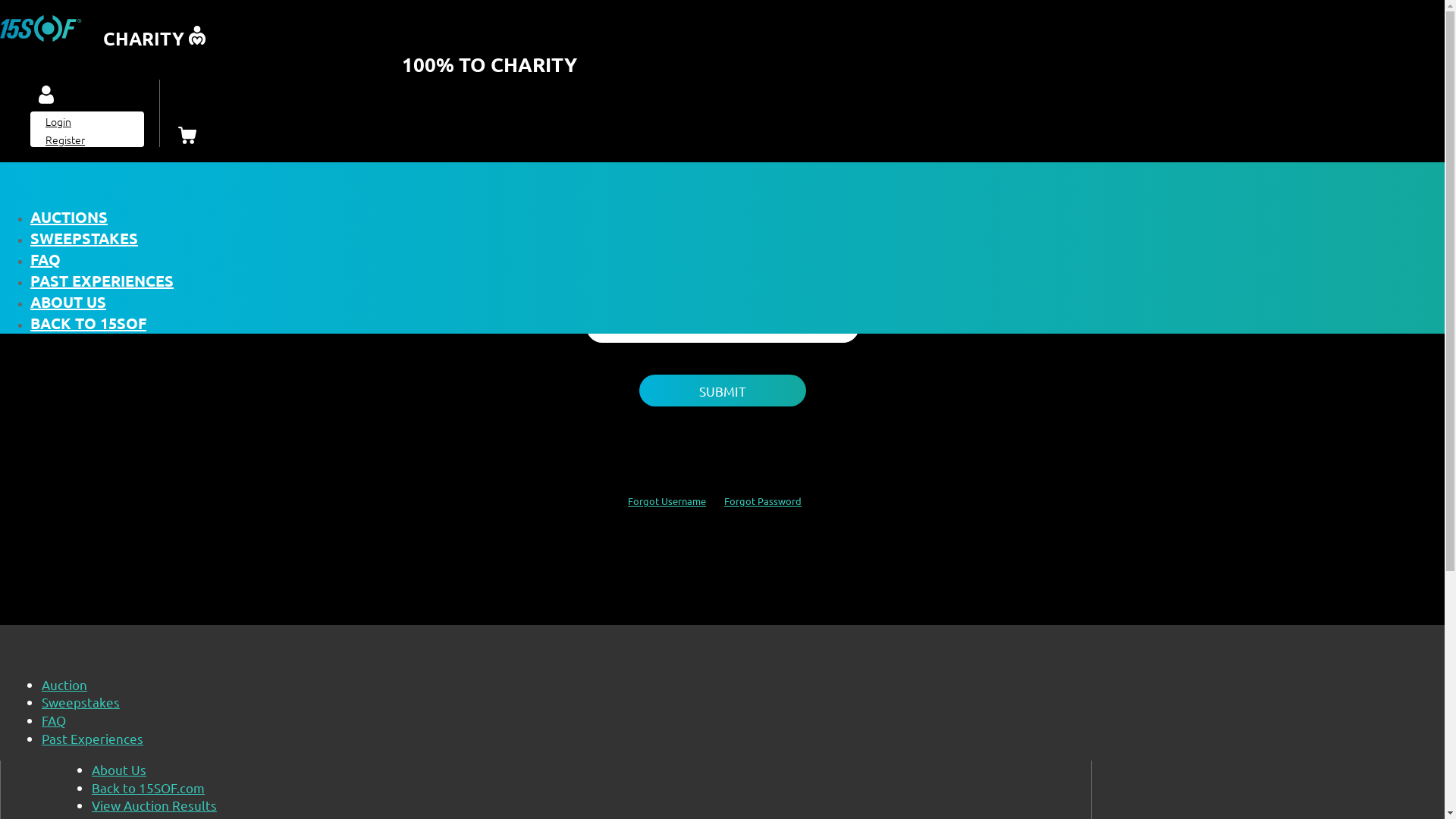  What do you see at coordinates (64, 684) in the screenshot?
I see `'Auction'` at bounding box center [64, 684].